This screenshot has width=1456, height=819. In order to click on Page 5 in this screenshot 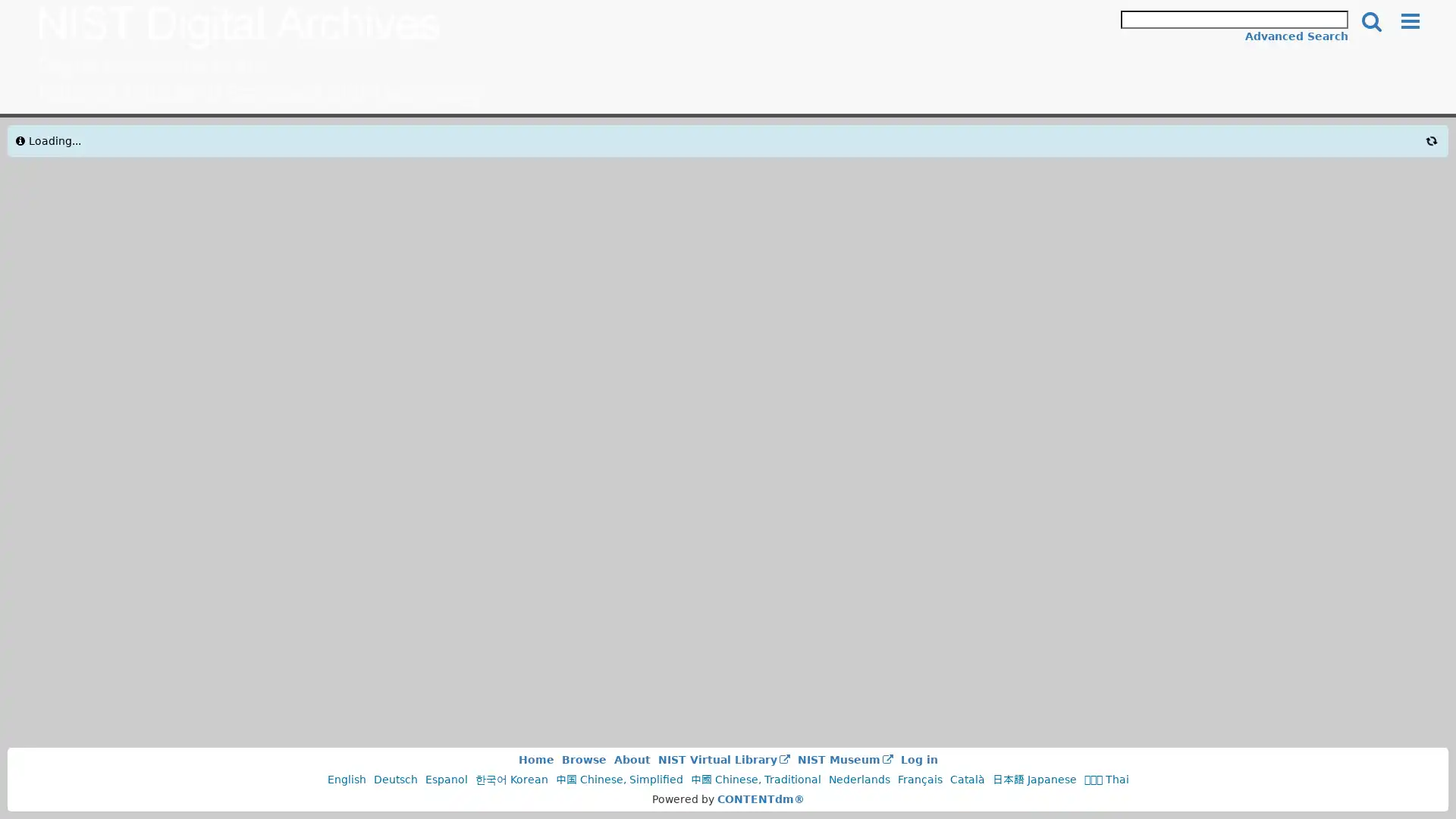, I will do `click(934, 265)`.